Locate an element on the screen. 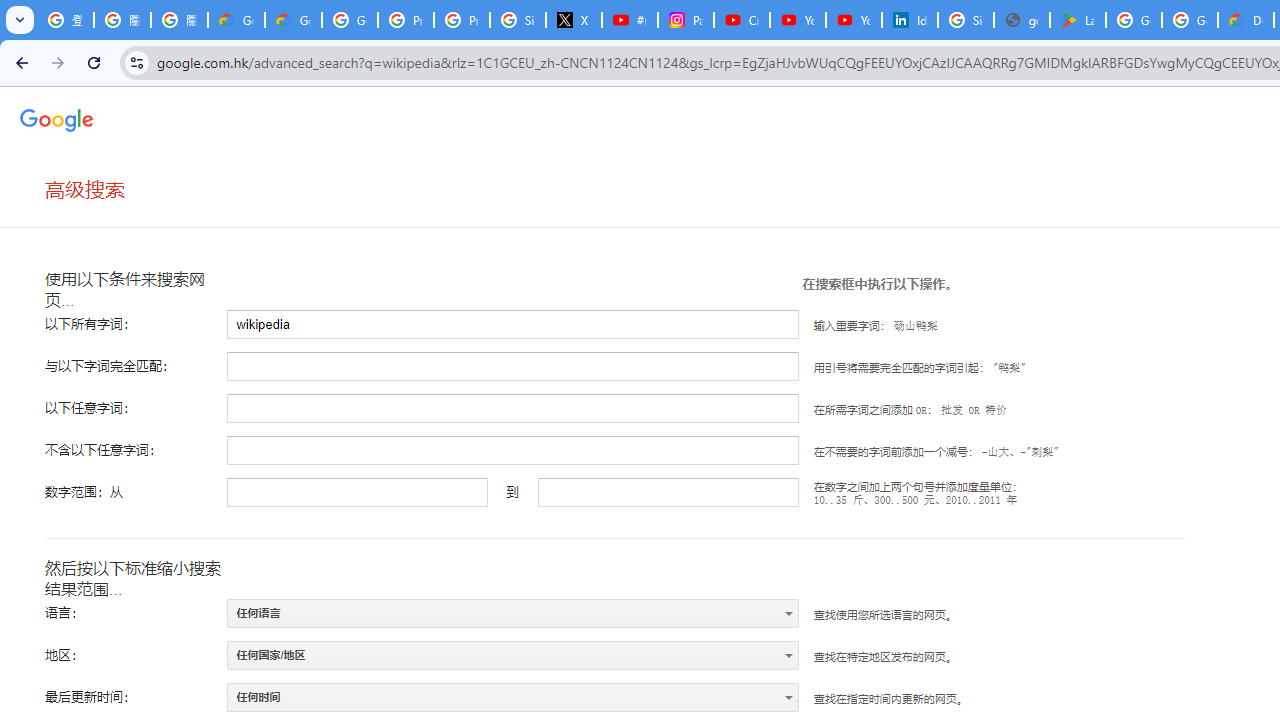  'YouTube Culture & Trends - YouTube Top 10, 2021' is located at coordinates (853, 20).